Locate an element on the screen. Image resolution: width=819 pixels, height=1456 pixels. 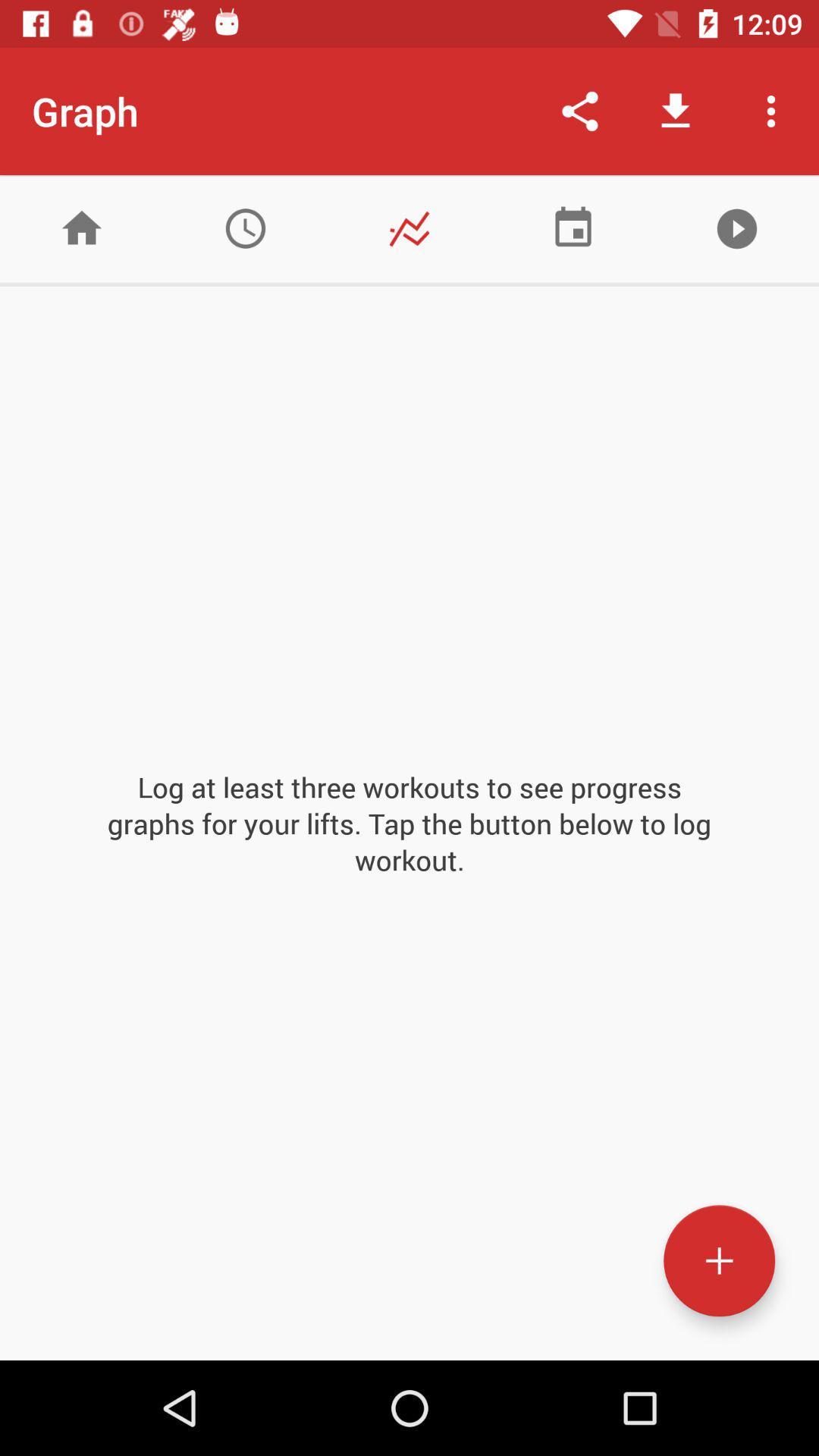
gym workout planner is located at coordinates (573, 227).